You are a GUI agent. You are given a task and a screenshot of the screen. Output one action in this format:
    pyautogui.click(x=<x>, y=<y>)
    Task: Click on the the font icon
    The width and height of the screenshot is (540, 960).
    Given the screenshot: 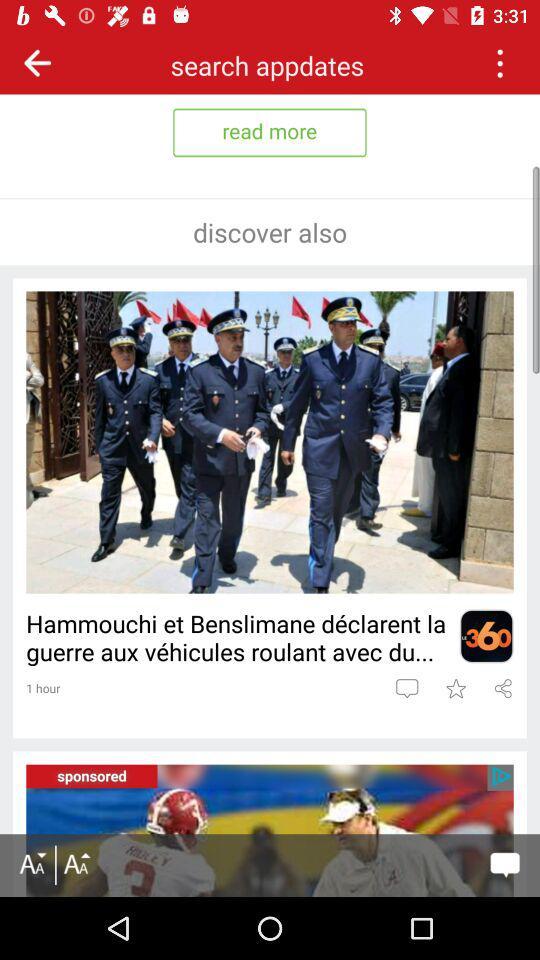 What is the action you would take?
    pyautogui.click(x=31, y=864)
    